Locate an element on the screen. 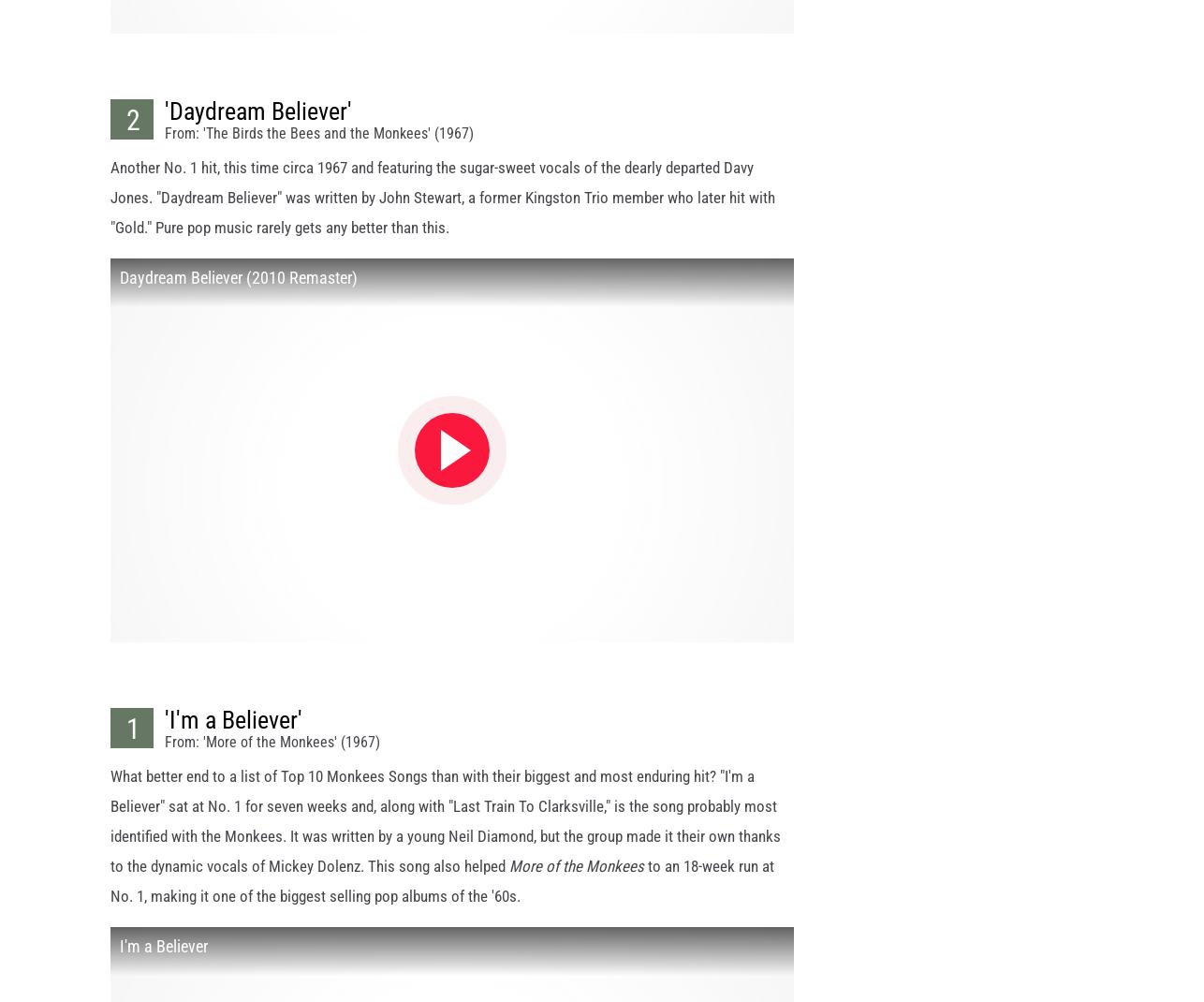  'More of the Monkees' is located at coordinates (575, 881).